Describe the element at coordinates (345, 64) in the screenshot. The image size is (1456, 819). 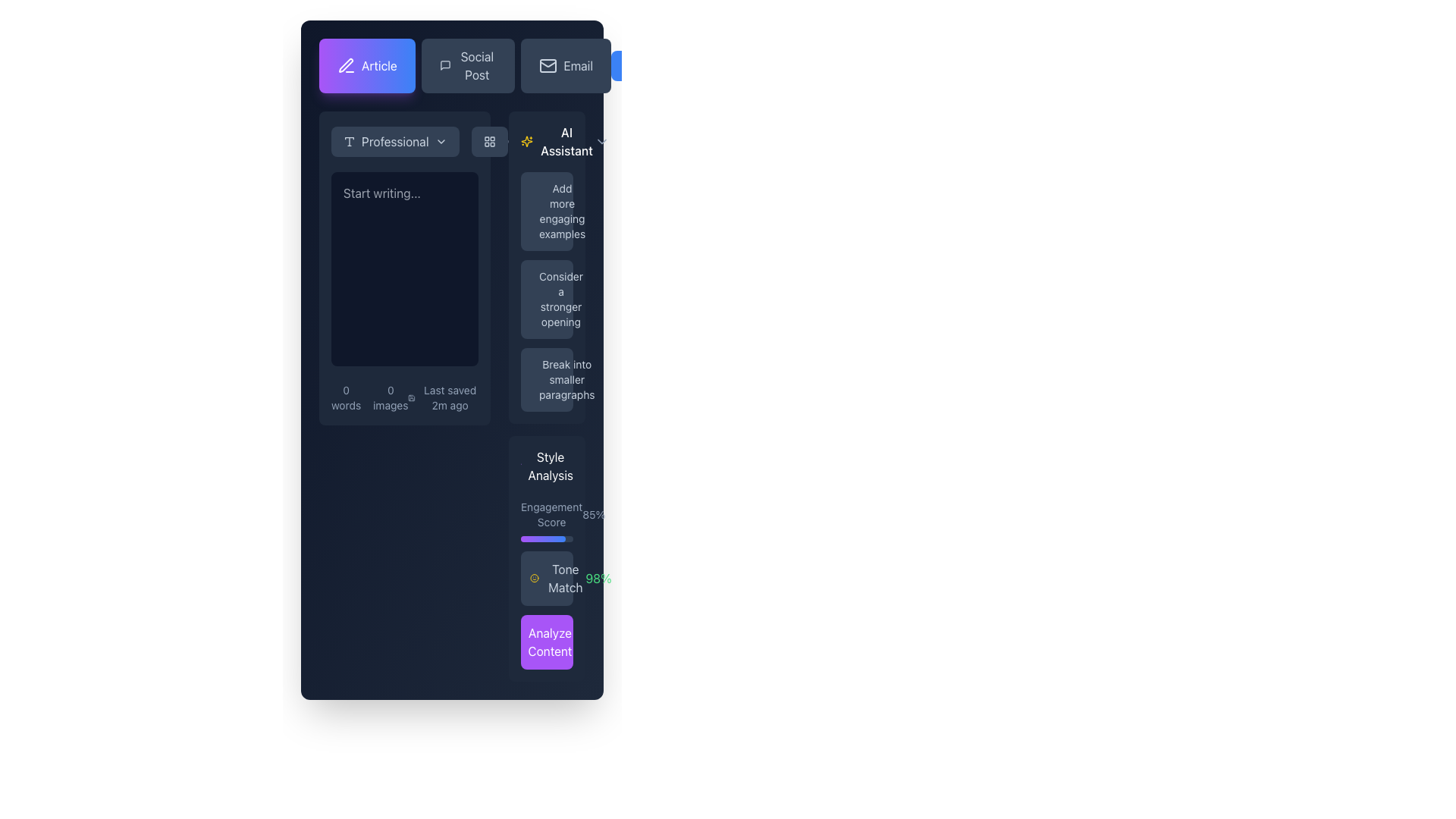
I see `the decorative or functional icon associated with the 'Article' button located at the top-left portion of the navigation interface` at that location.